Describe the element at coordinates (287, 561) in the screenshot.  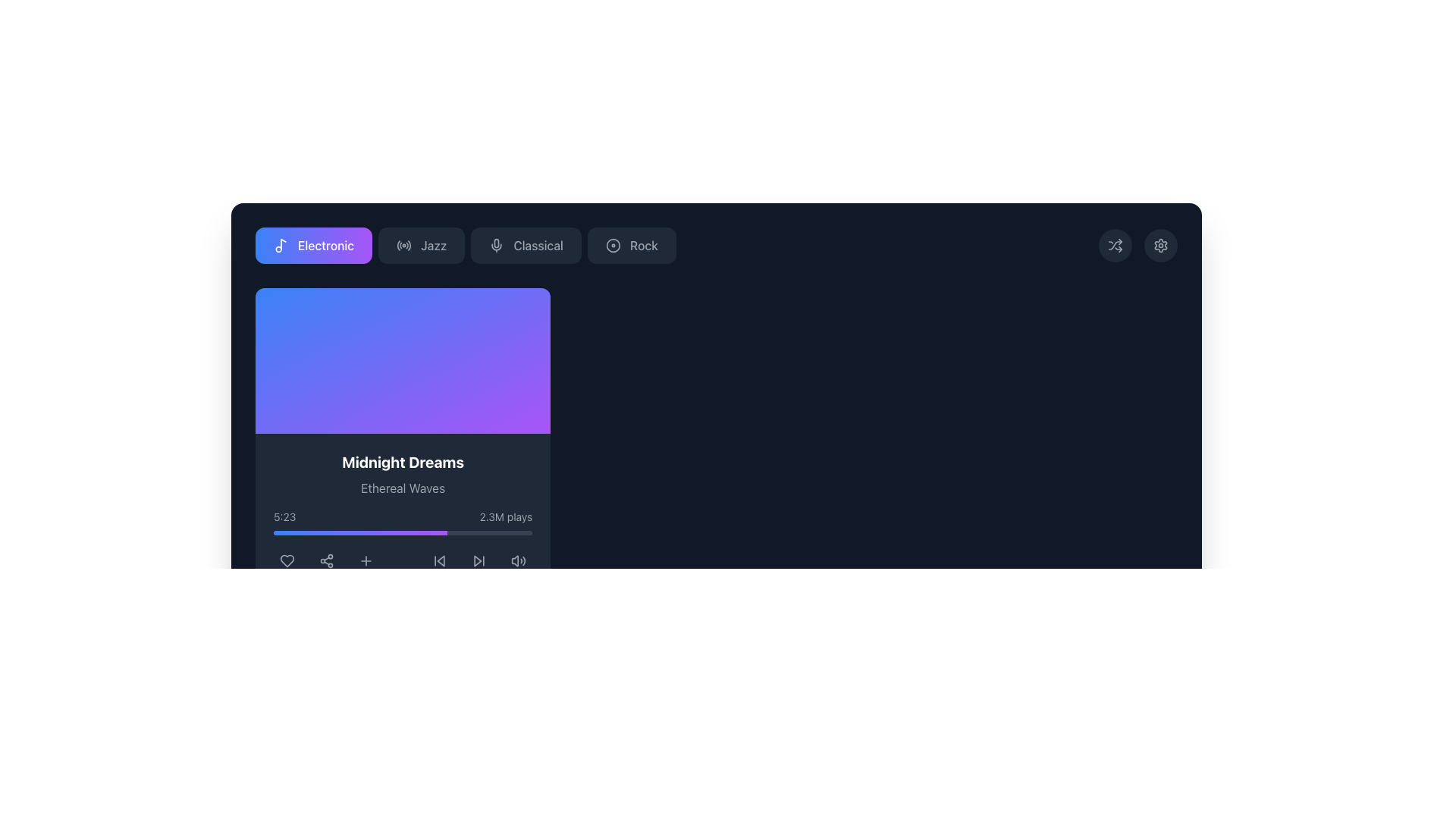
I see `the heart icon button located at the bottom-left corner of the music track details card to mark it as favorite` at that location.